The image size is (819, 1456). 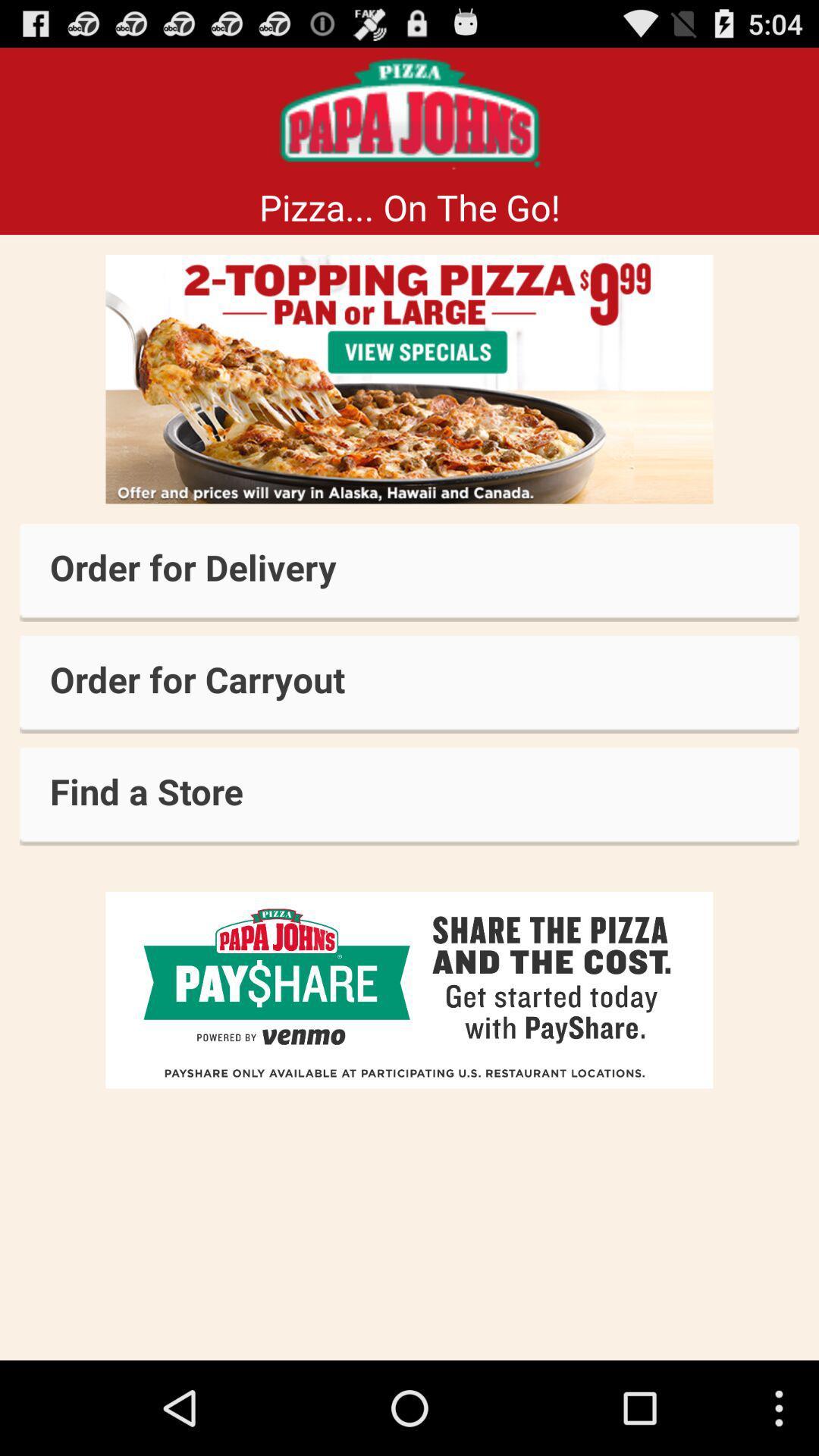 What do you see at coordinates (409, 795) in the screenshot?
I see `find a store icon` at bounding box center [409, 795].